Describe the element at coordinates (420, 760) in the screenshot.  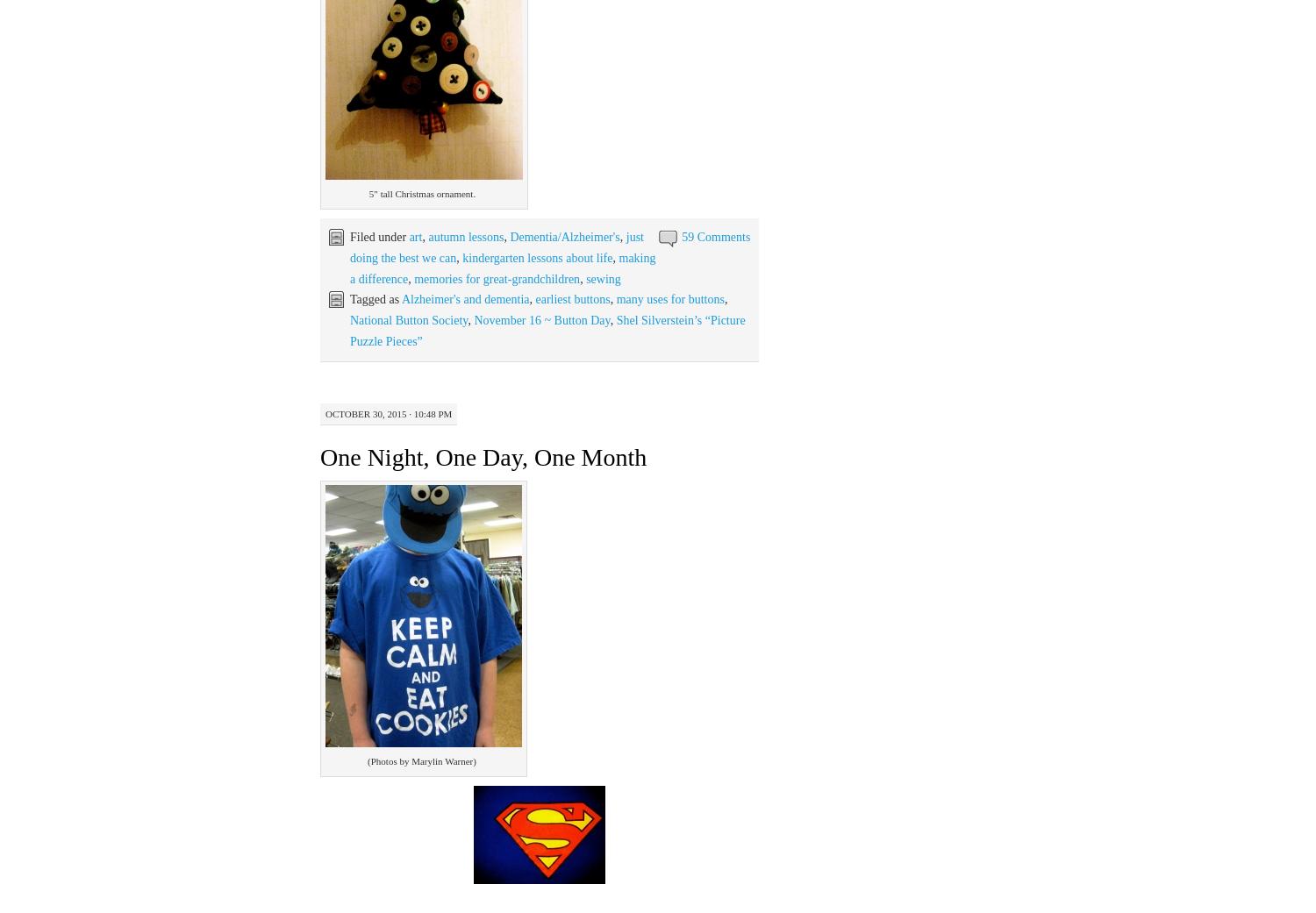
I see `'(Photos by Marylin Warner)'` at that location.